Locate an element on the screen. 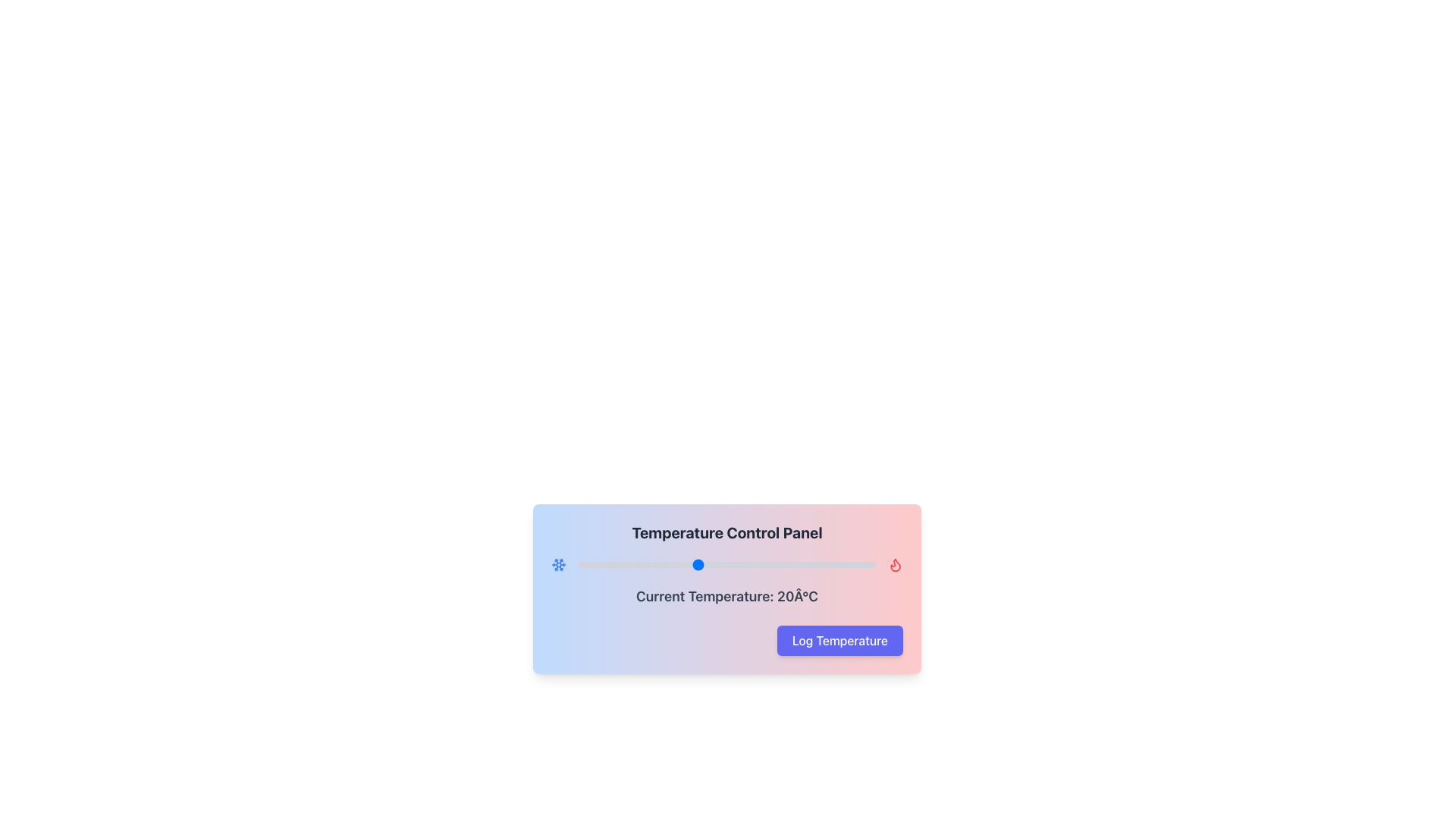  the temperature slider is located at coordinates (601, 564).